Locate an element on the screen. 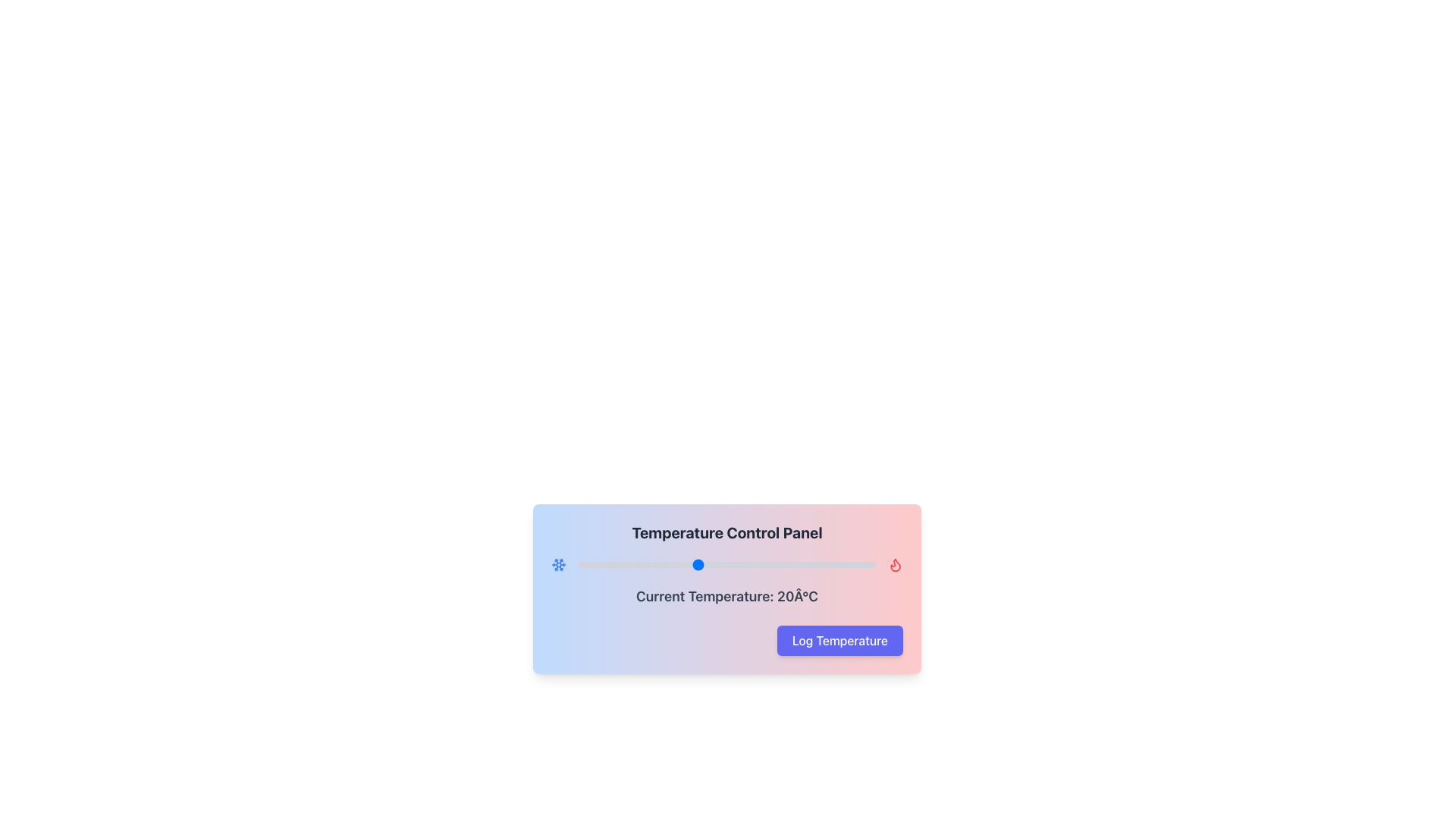  the temperature slider is located at coordinates (601, 564).